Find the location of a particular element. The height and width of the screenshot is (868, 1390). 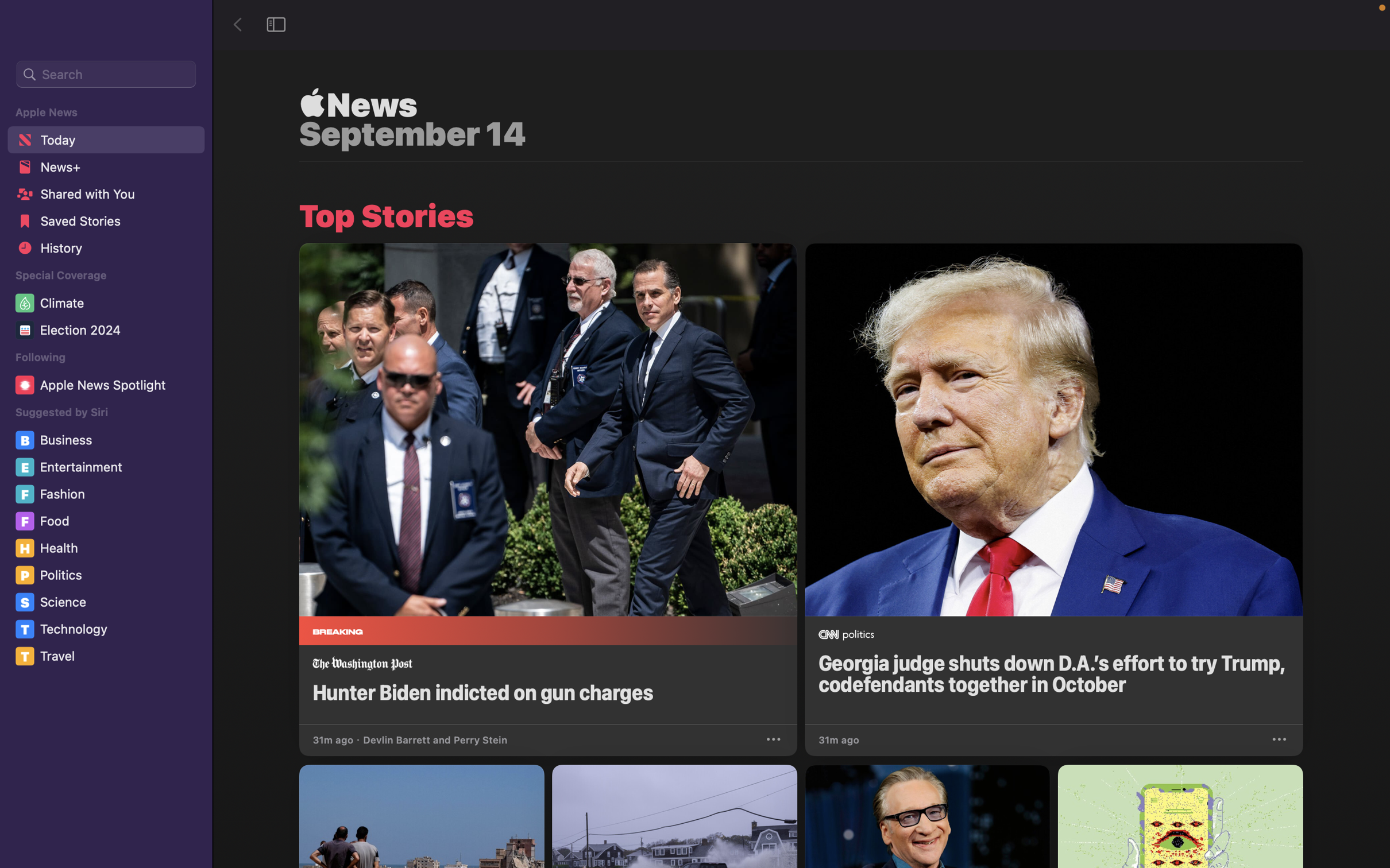

the "Technology" section is located at coordinates (107, 629).